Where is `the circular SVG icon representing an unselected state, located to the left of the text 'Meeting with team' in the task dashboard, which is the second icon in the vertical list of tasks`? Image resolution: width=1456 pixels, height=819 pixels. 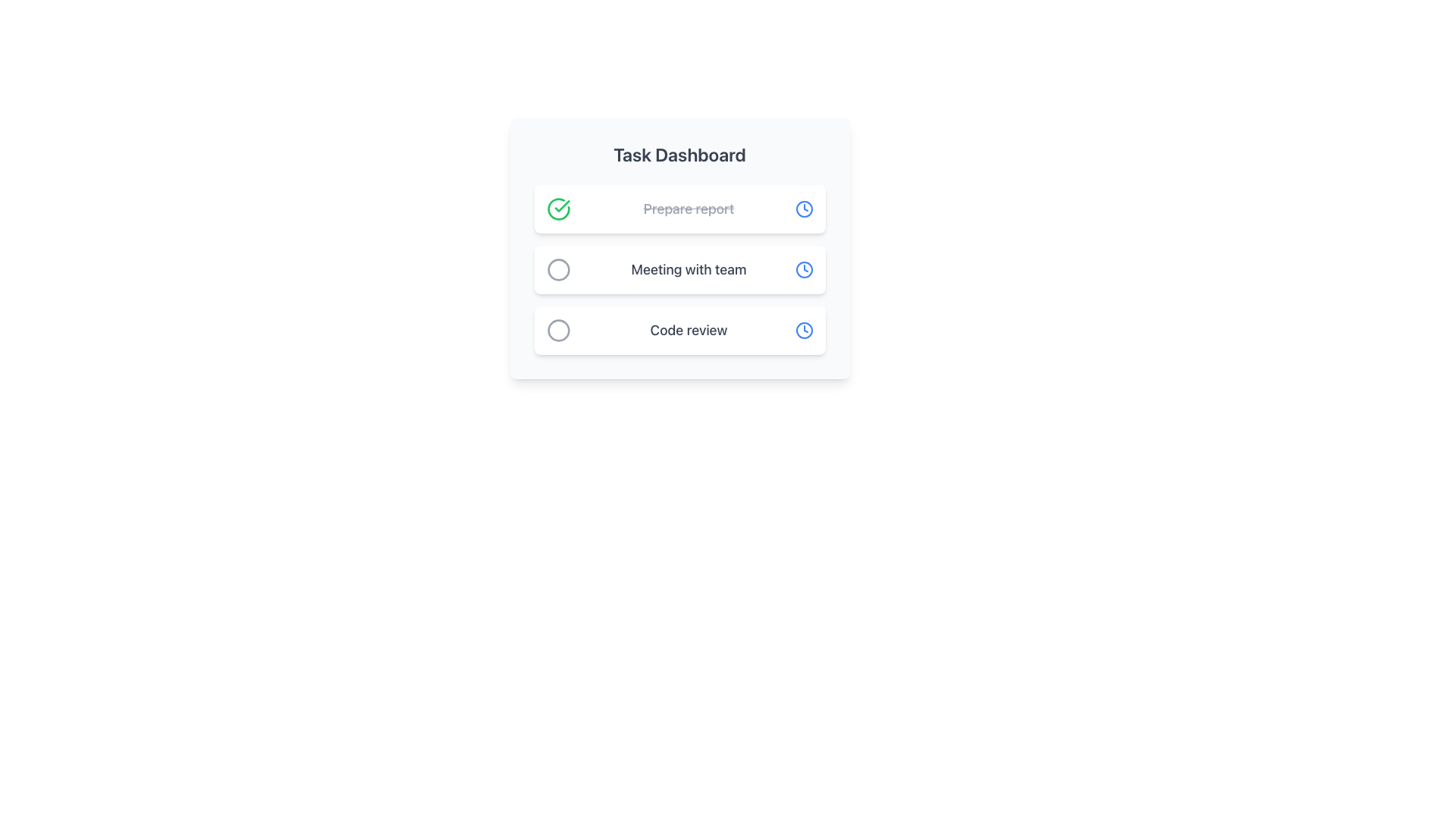 the circular SVG icon representing an unselected state, located to the left of the text 'Meeting with team' in the task dashboard, which is the second icon in the vertical list of tasks is located at coordinates (557, 268).